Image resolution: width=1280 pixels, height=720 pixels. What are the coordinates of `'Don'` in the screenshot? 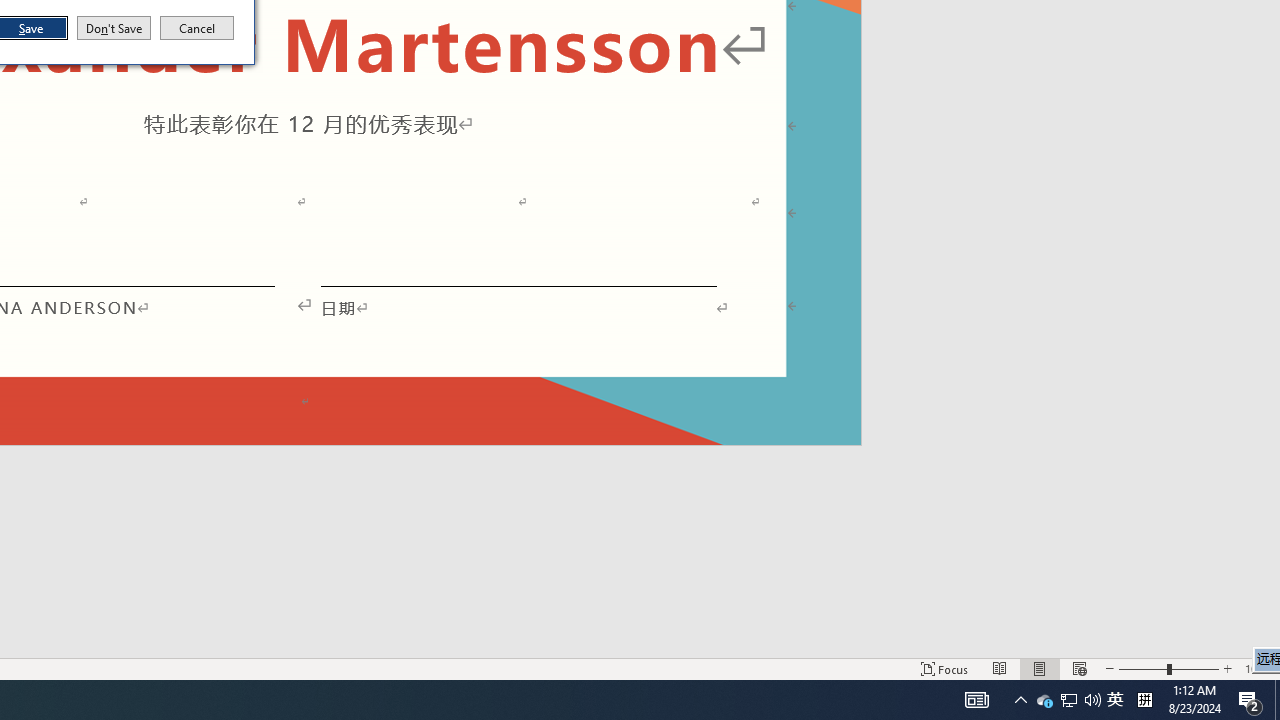 It's located at (112, 28).